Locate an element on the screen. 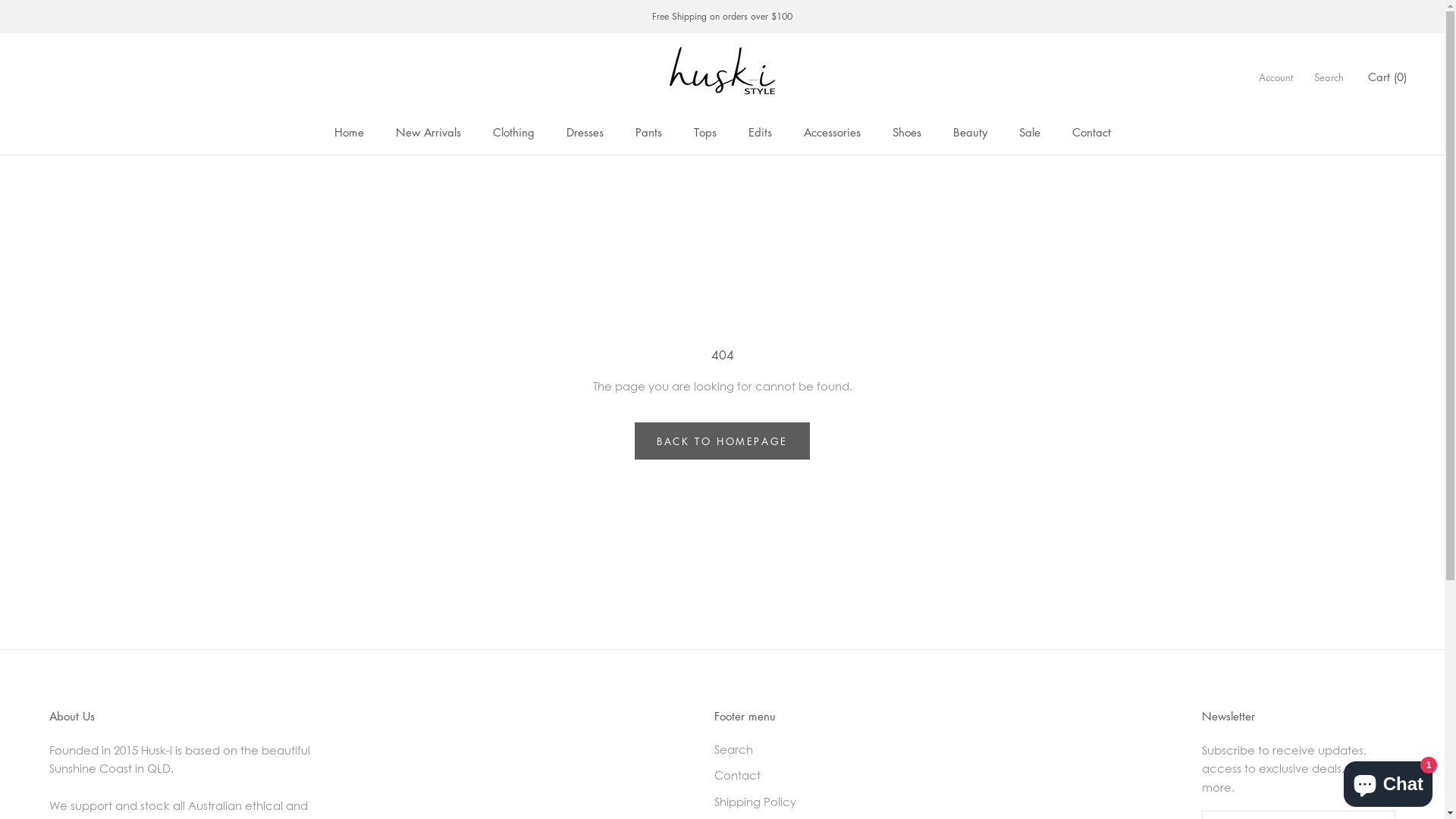 The image size is (1456, 819). 'Shoes' is located at coordinates (892, 130).